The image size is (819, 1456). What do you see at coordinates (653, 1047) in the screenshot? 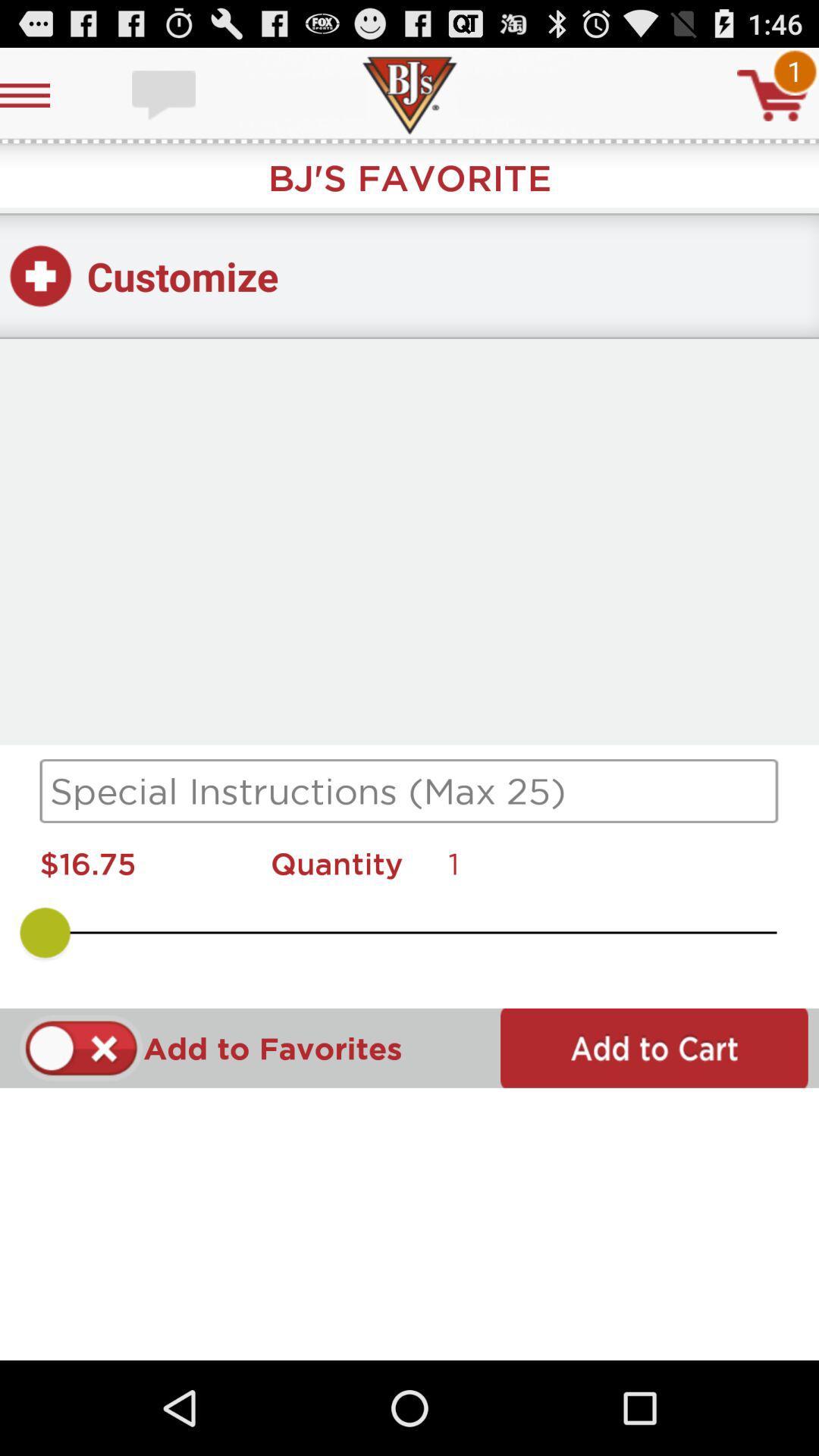
I see `the add to cart` at bounding box center [653, 1047].